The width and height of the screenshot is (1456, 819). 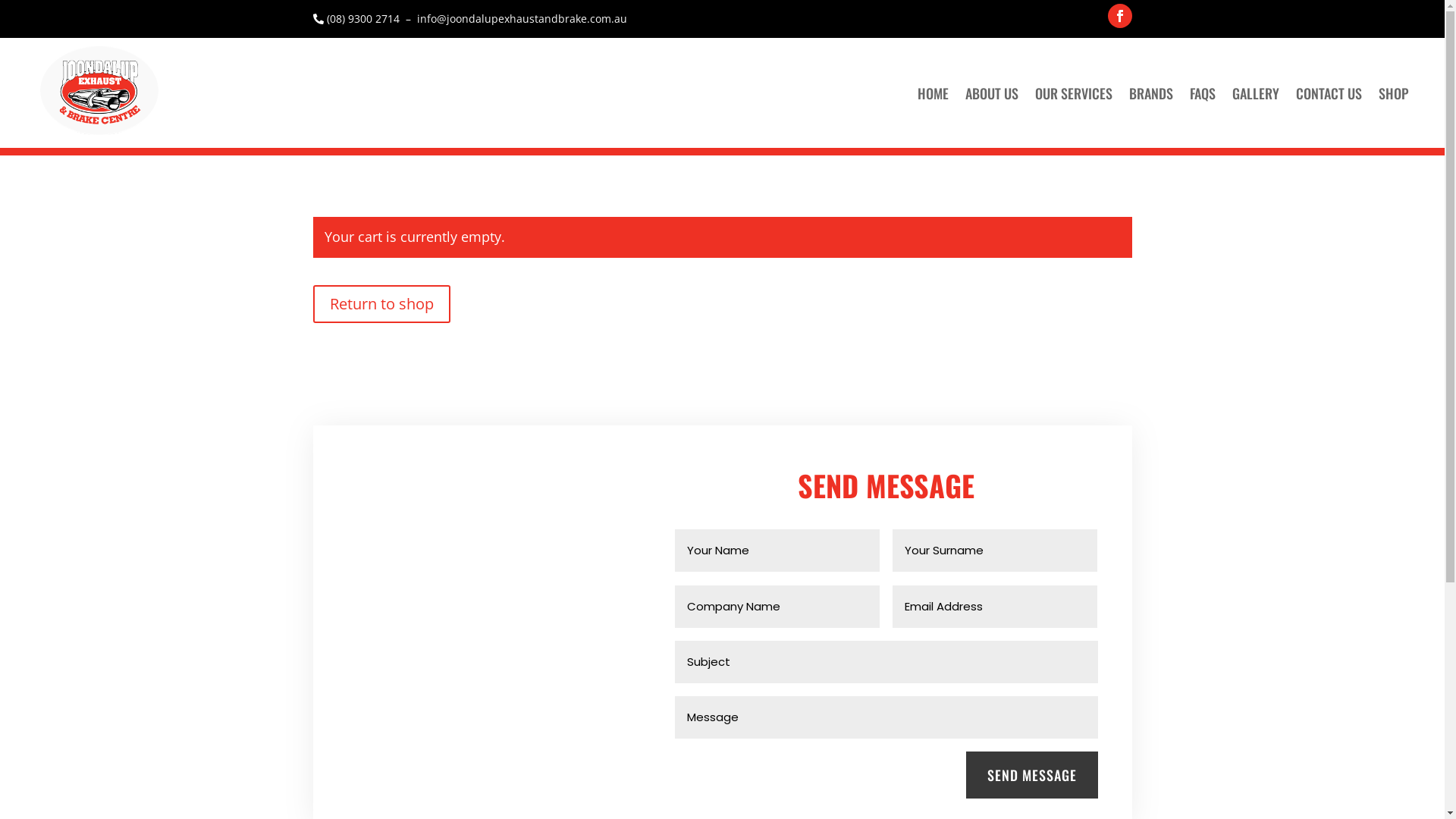 What do you see at coordinates (1119, 15) in the screenshot?
I see `'Follow on Facebook'` at bounding box center [1119, 15].